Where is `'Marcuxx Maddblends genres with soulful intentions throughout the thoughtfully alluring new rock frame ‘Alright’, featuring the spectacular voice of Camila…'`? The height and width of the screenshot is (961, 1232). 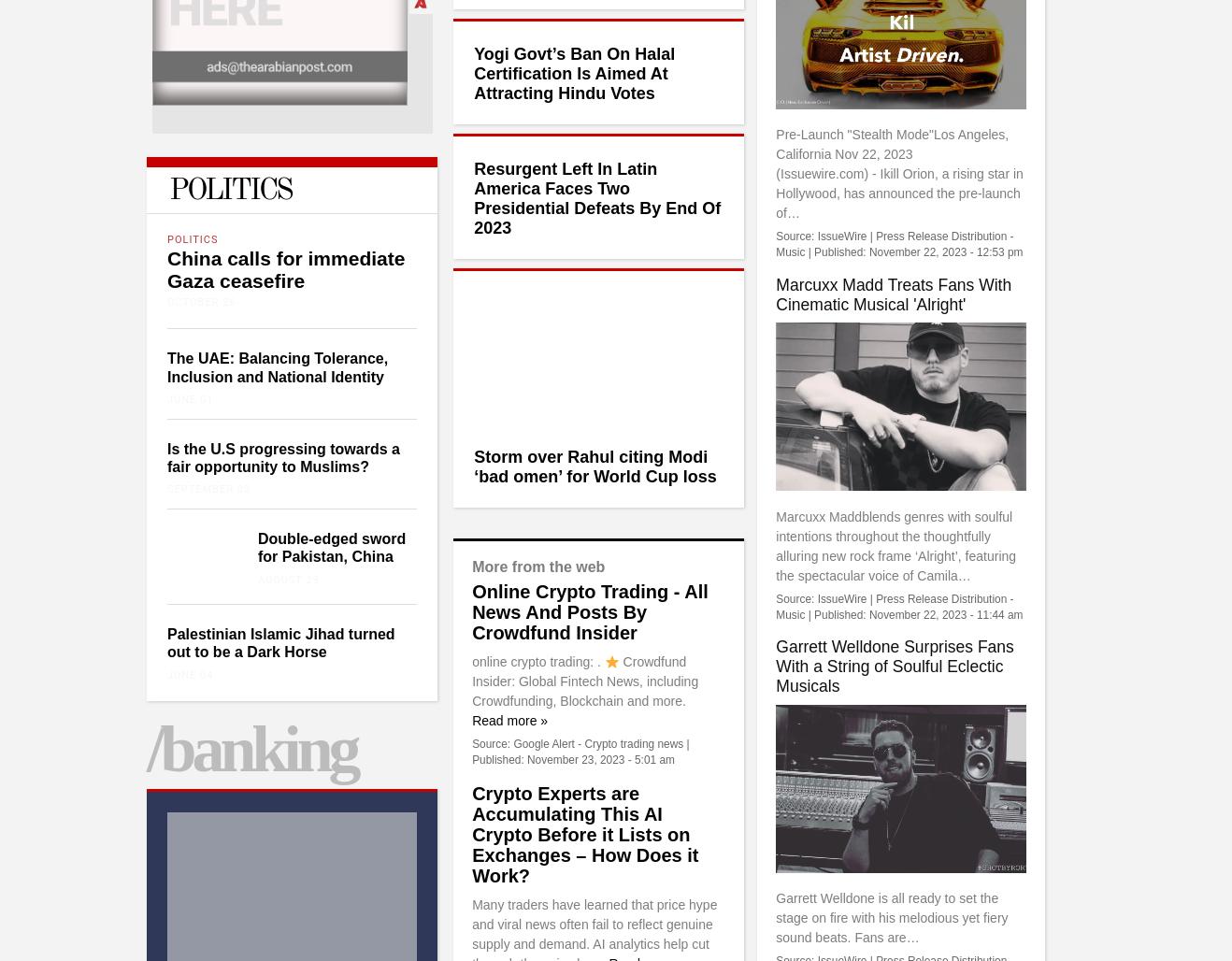 'Marcuxx Maddblends genres with soulful intentions throughout the thoughtfully alluring new rock frame ‘Alright’, featuring the spectacular voice of Camila…' is located at coordinates (895, 544).